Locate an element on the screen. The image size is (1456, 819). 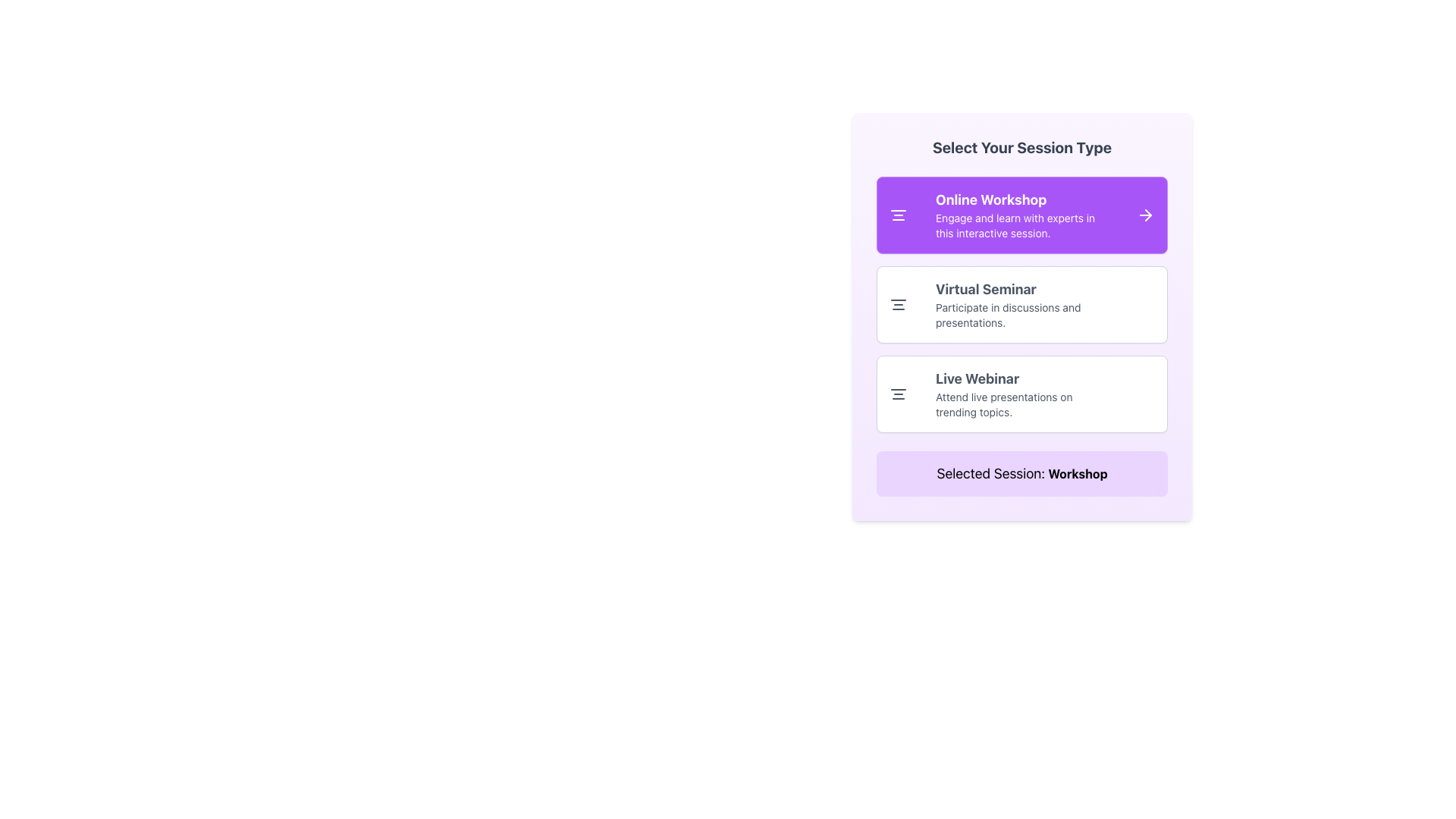
the text block displaying 'Attend live presentations on trending topics.' which is located below the 'Live Webinar' title within a white rectangular card is located at coordinates (1022, 403).